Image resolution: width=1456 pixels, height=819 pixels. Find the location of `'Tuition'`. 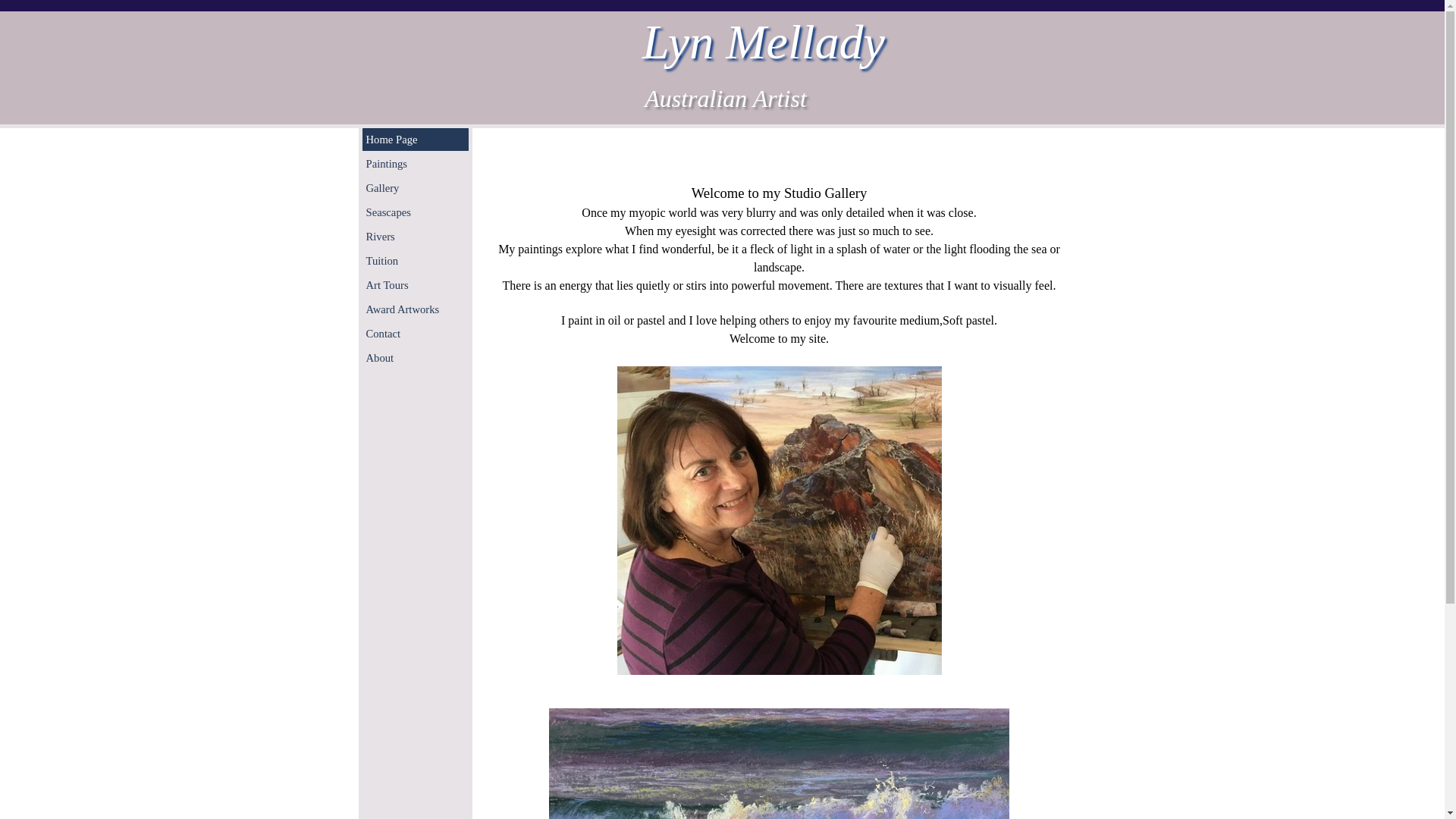

'Tuition' is located at coordinates (415, 259).